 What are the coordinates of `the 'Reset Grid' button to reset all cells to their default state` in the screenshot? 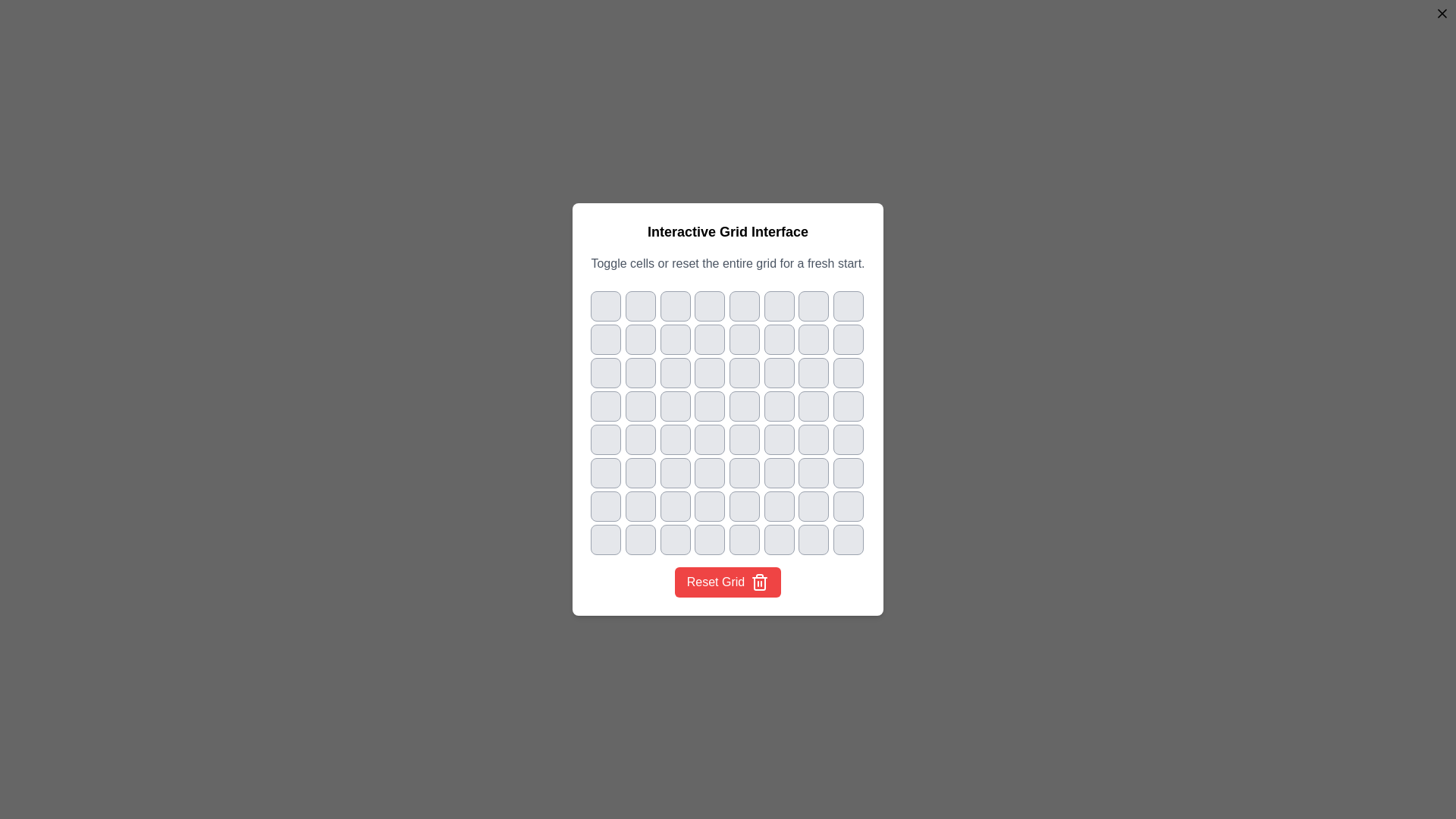 It's located at (728, 581).